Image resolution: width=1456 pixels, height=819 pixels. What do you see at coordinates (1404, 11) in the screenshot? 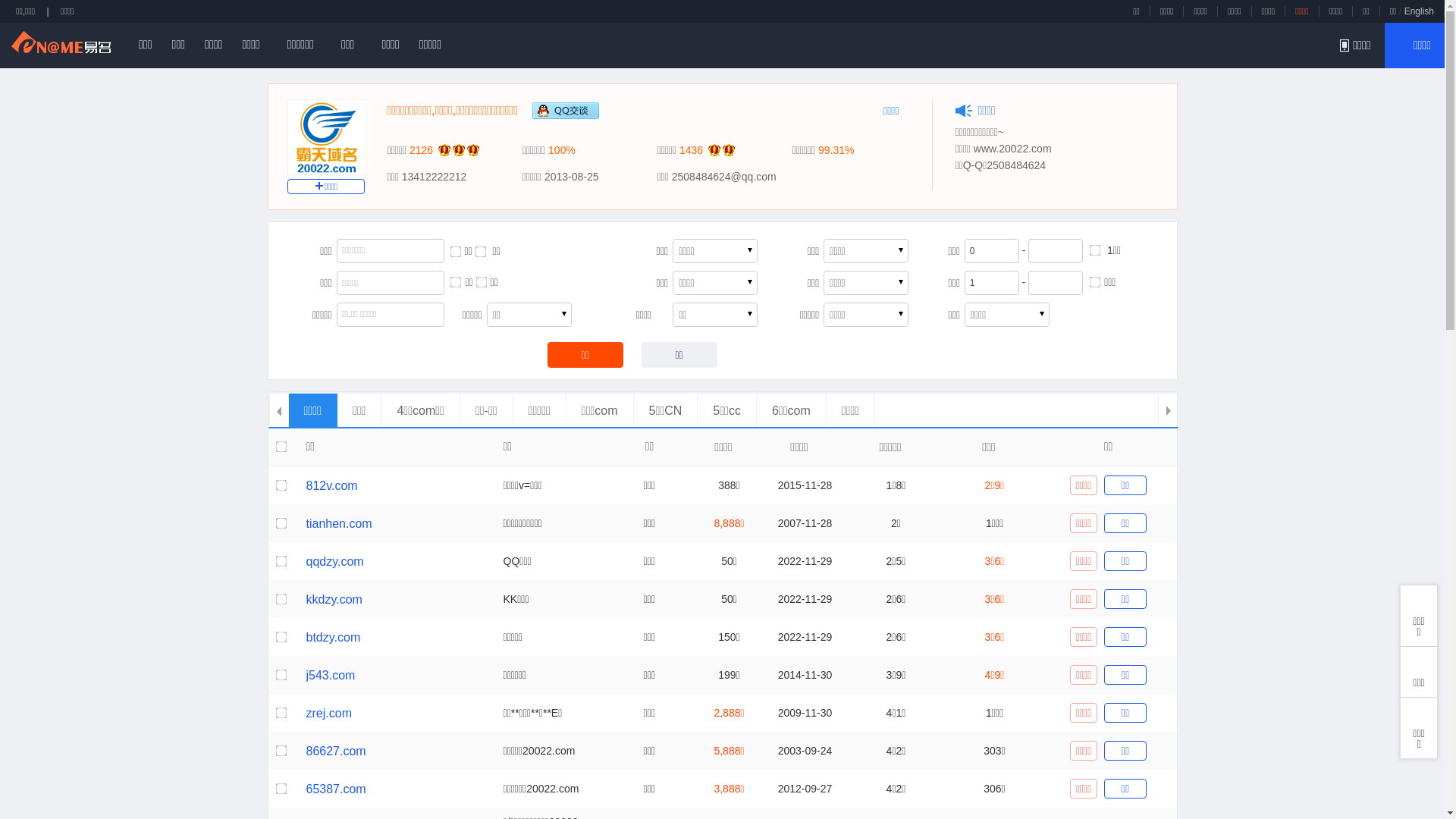
I see `'English'` at bounding box center [1404, 11].